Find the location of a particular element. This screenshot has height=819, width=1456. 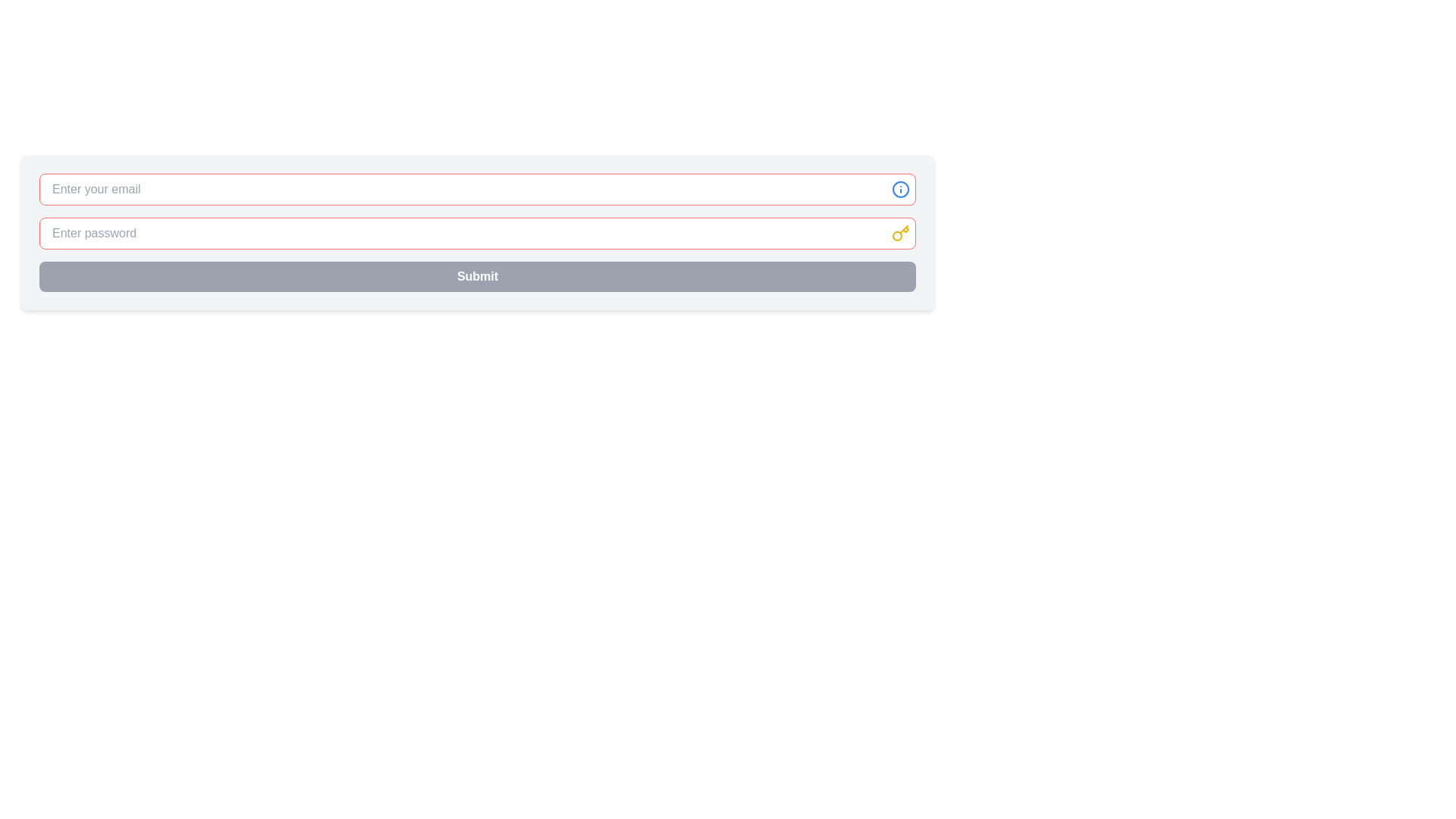

the wide rectangular 'Submit' button with a gray background and bold white text is located at coordinates (476, 277).